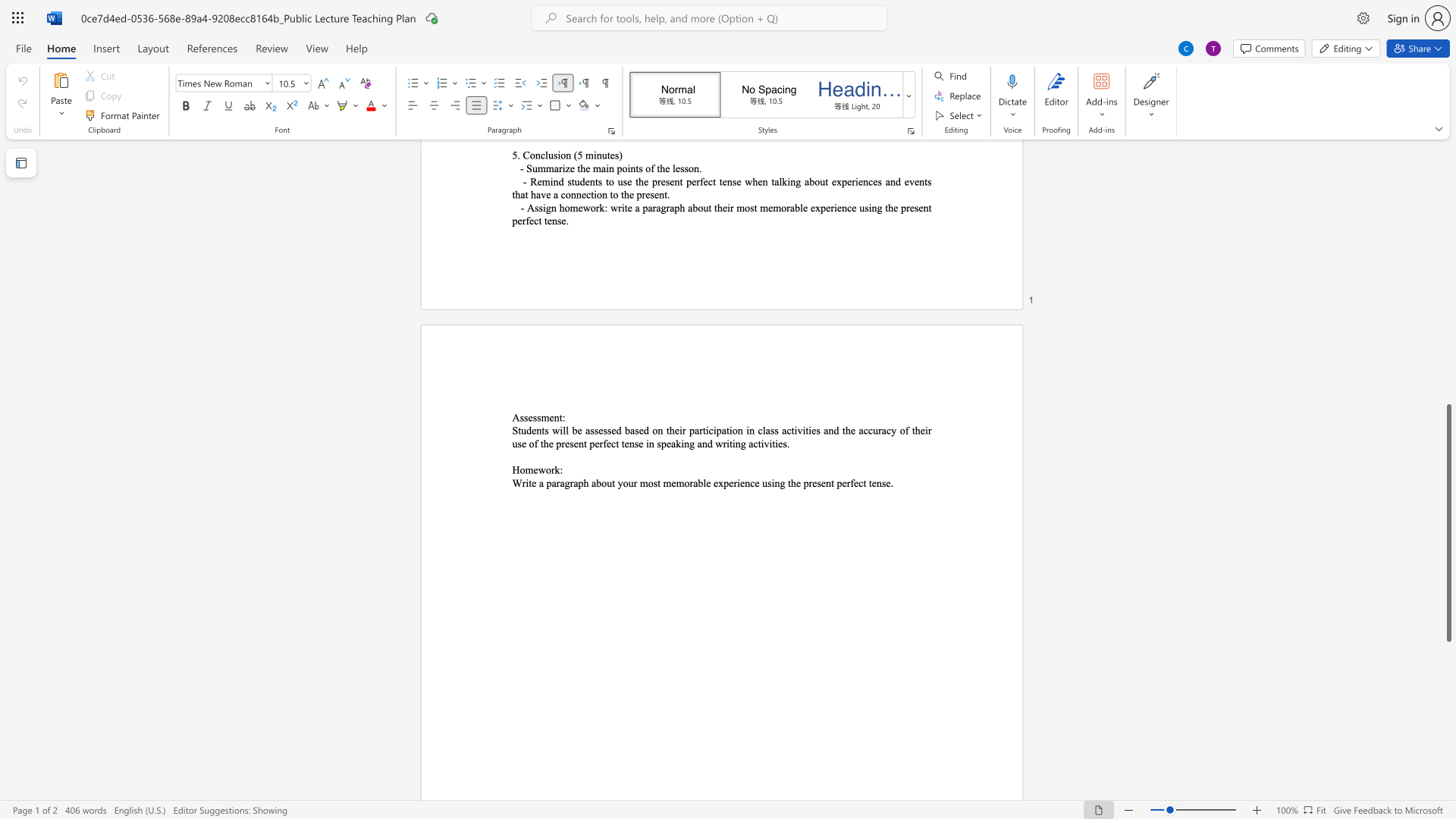 The image size is (1456, 819). What do you see at coordinates (577, 483) in the screenshot?
I see `the space between the continuous character "a" and "p" in the text` at bounding box center [577, 483].